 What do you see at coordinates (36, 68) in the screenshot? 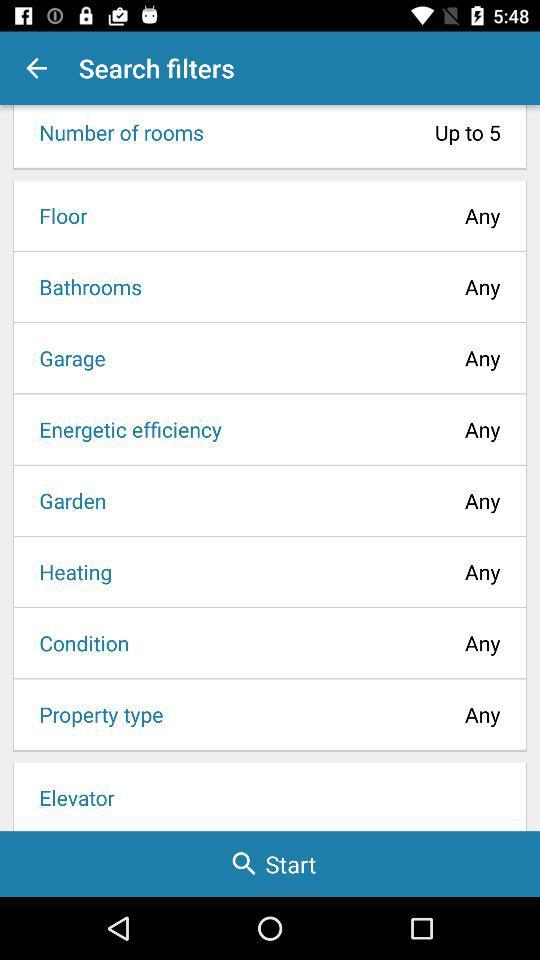
I see `icon above the number of rooms icon` at bounding box center [36, 68].